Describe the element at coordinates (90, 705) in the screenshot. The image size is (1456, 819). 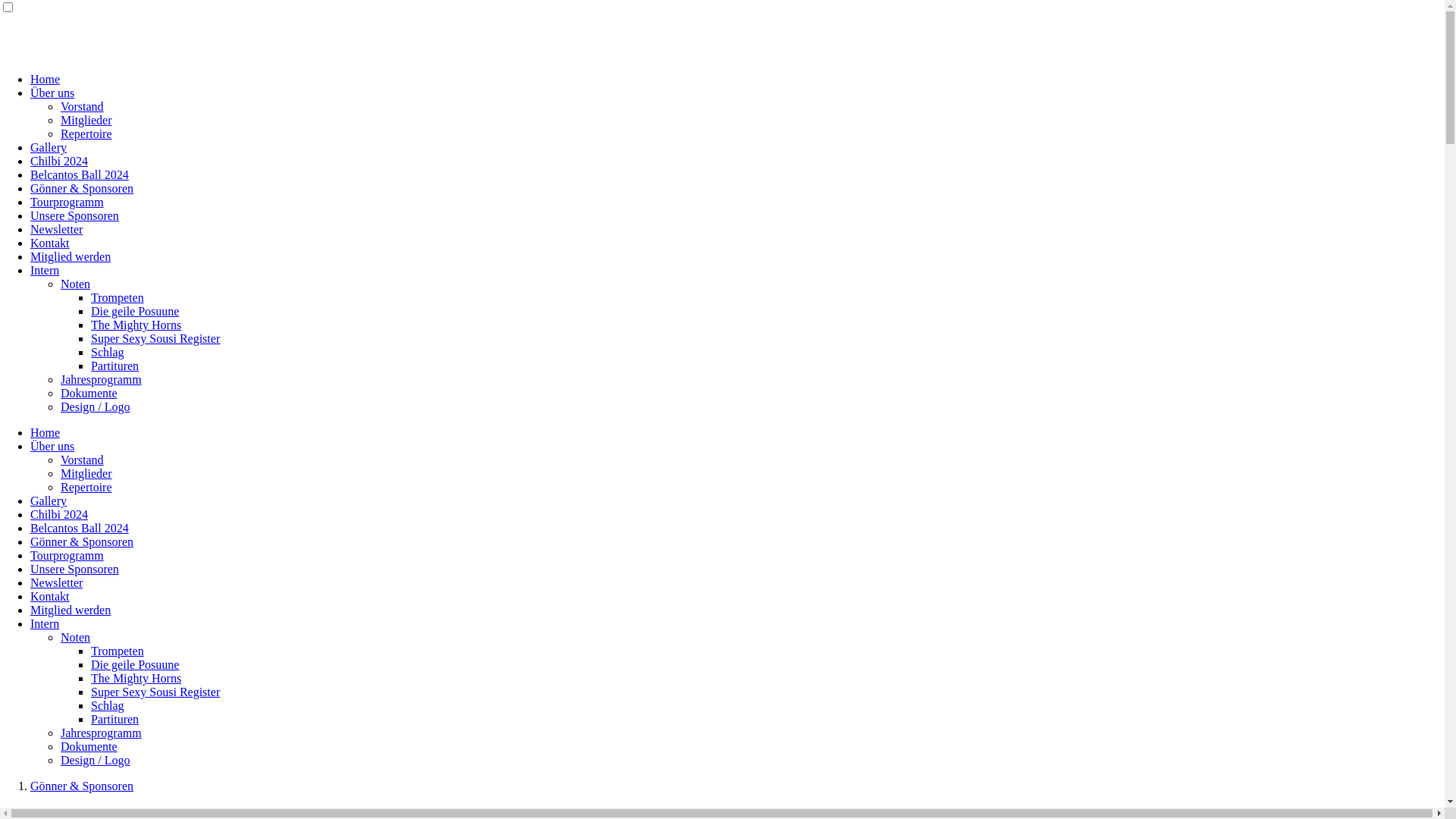
I see `'Schlag'` at that location.